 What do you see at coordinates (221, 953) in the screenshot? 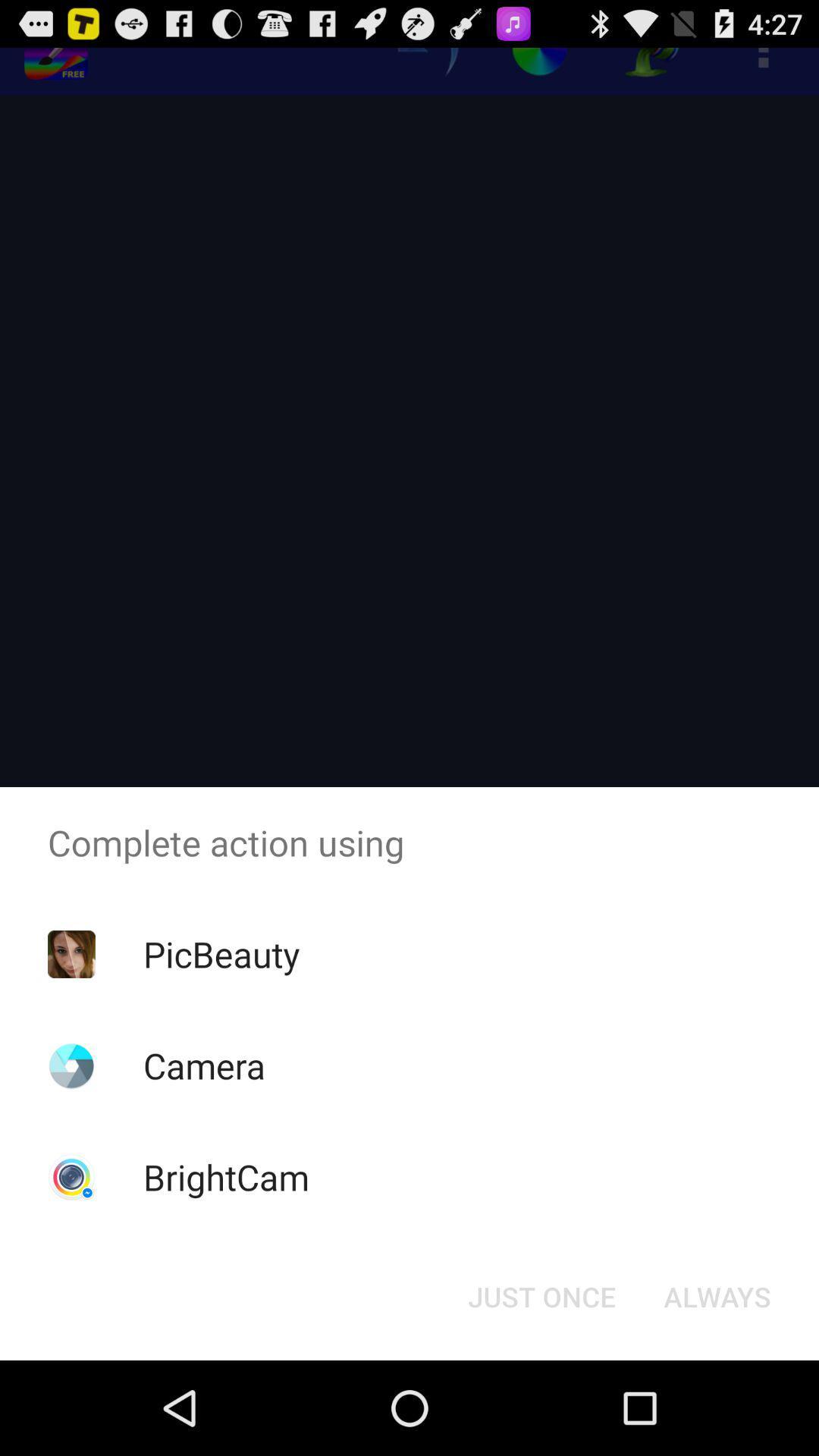
I see `the picbeauty icon` at bounding box center [221, 953].